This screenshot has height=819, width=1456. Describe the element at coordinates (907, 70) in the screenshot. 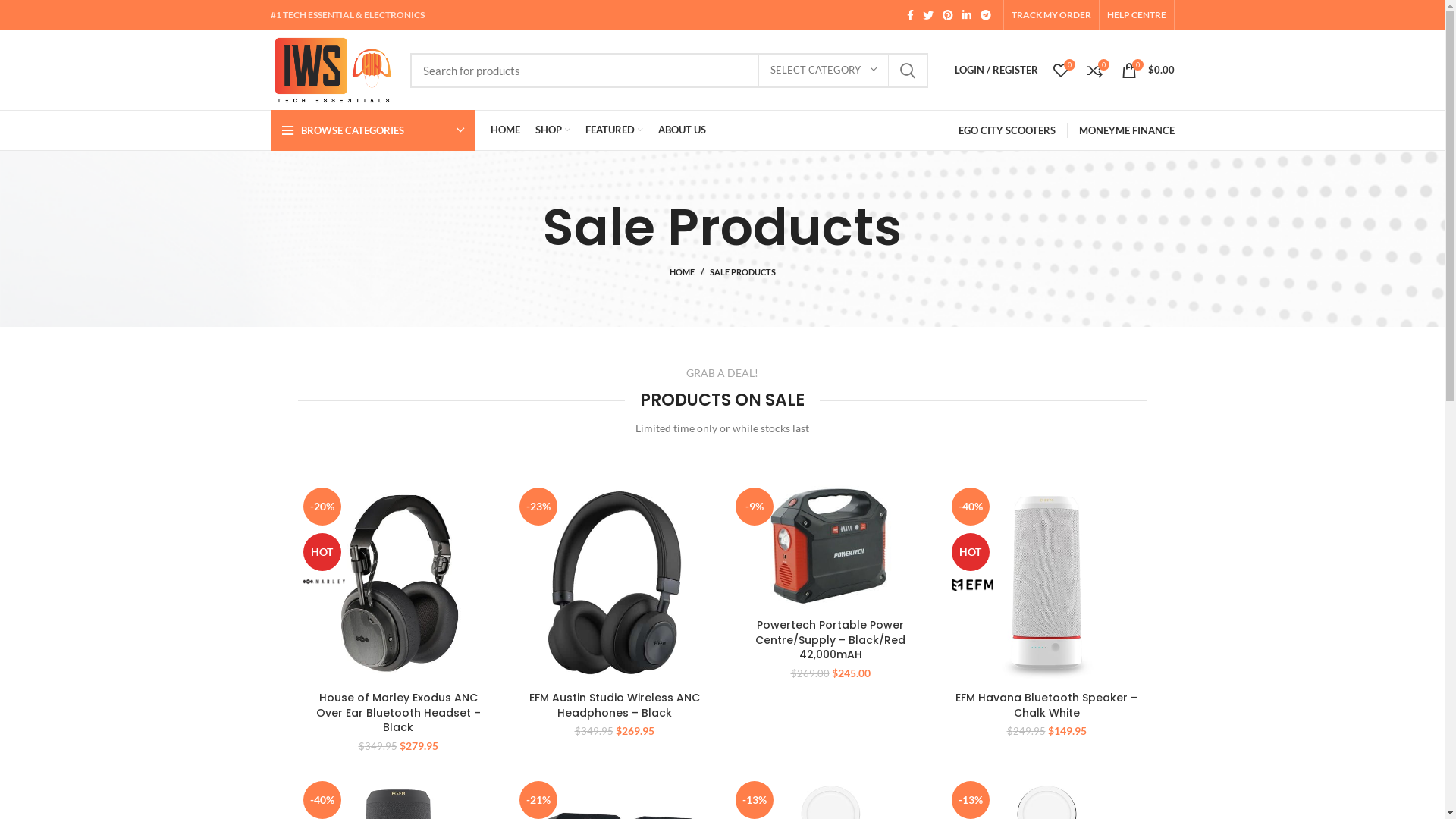

I see `'SEARCH'` at that location.